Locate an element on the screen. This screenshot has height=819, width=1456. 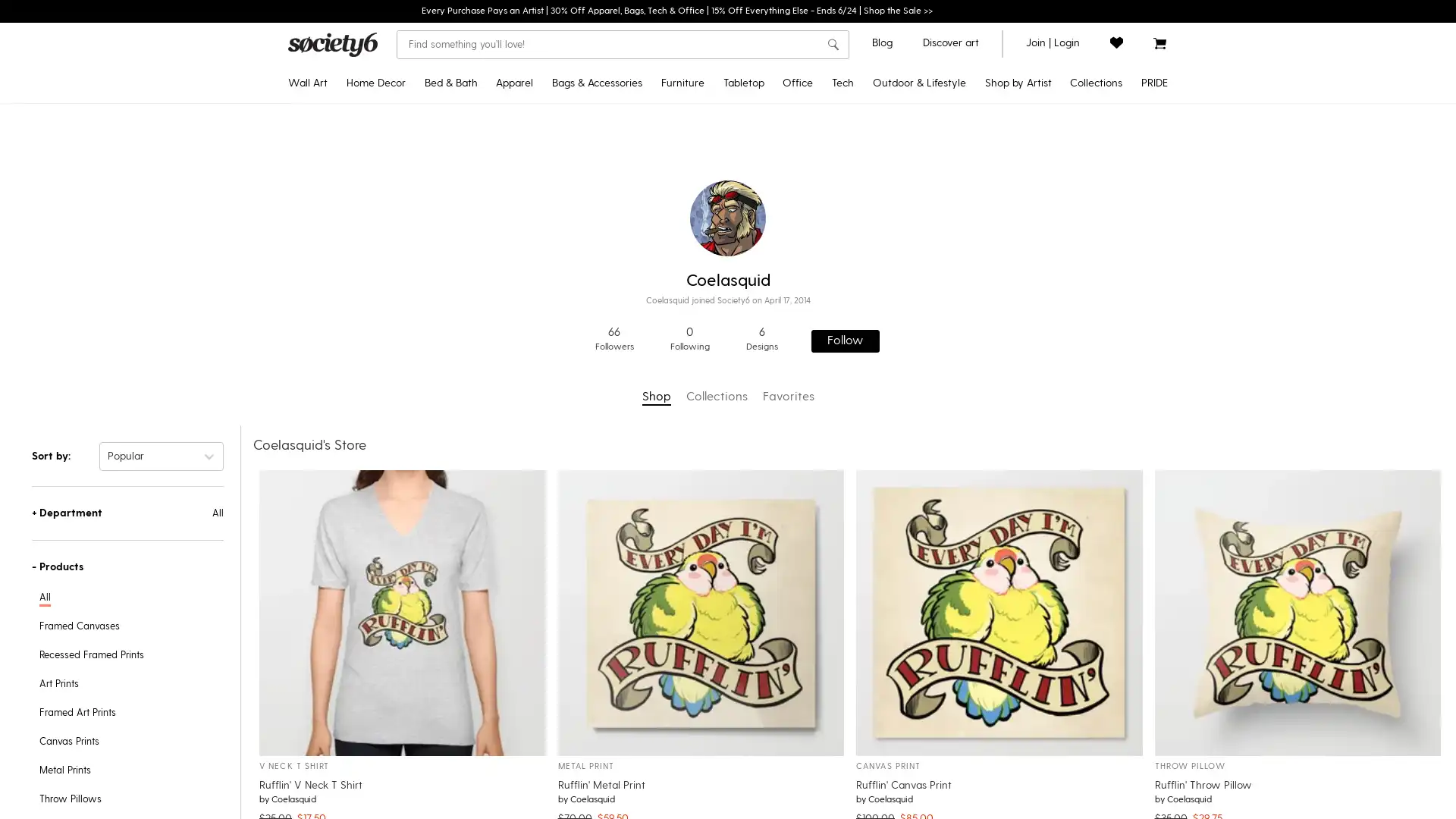
Office is located at coordinates (796, 83).